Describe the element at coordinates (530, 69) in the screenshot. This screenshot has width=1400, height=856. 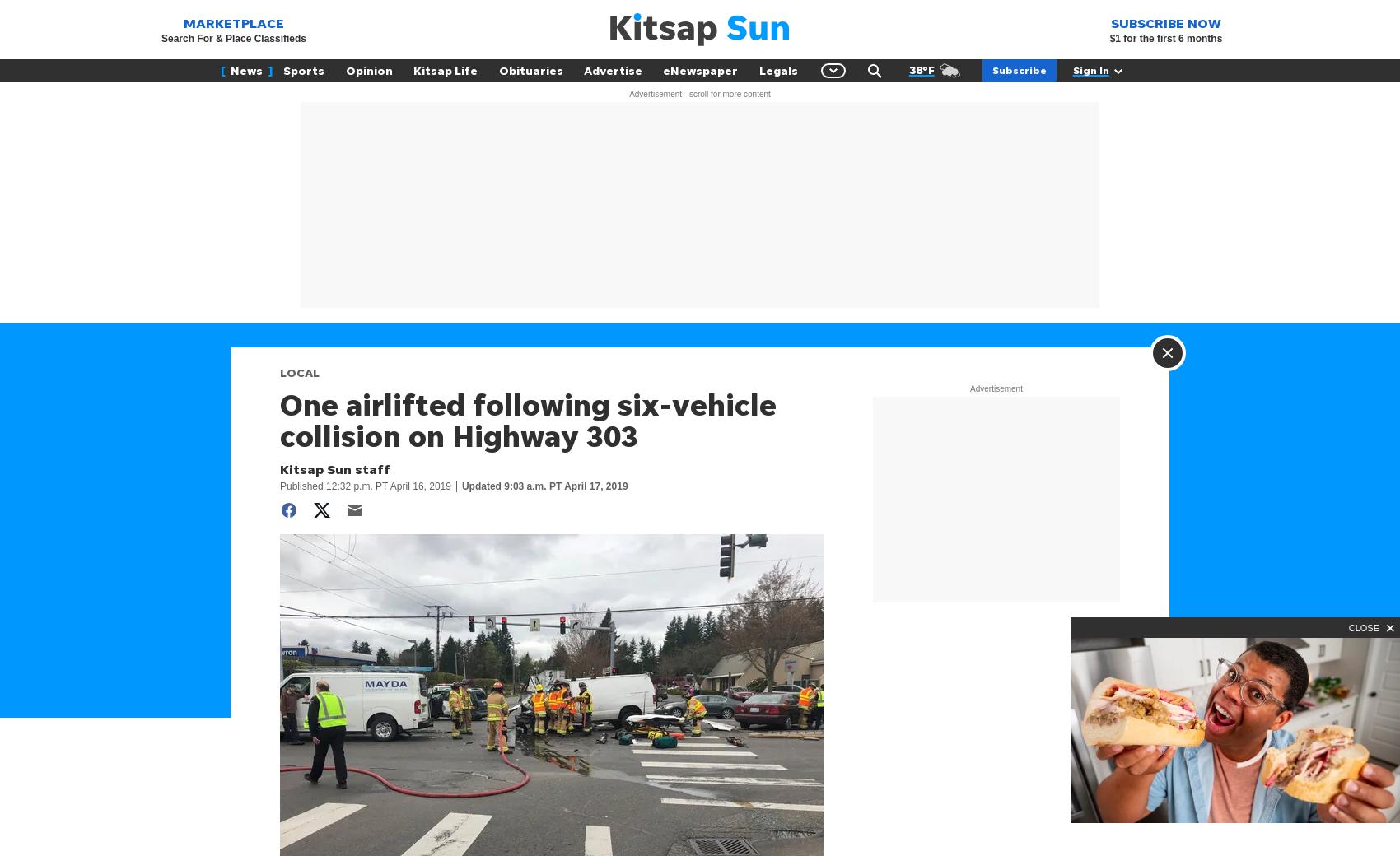
I see `'Obituaries'` at that location.